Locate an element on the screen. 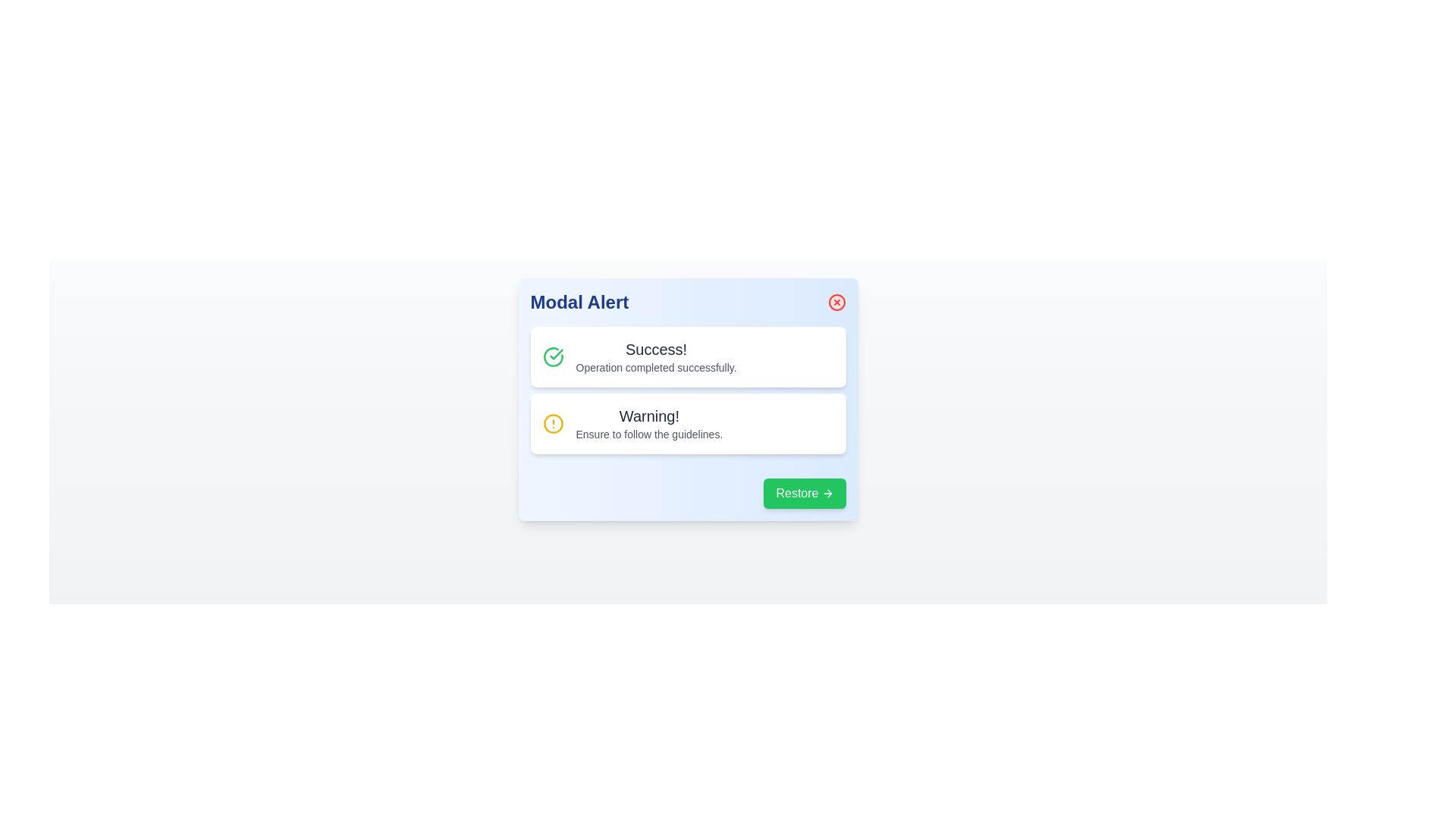 The image size is (1456, 819). the success checkmark icon located in the first row of the message panel, to the left of the text 'Success! Operation completed successfully.' is located at coordinates (552, 356).